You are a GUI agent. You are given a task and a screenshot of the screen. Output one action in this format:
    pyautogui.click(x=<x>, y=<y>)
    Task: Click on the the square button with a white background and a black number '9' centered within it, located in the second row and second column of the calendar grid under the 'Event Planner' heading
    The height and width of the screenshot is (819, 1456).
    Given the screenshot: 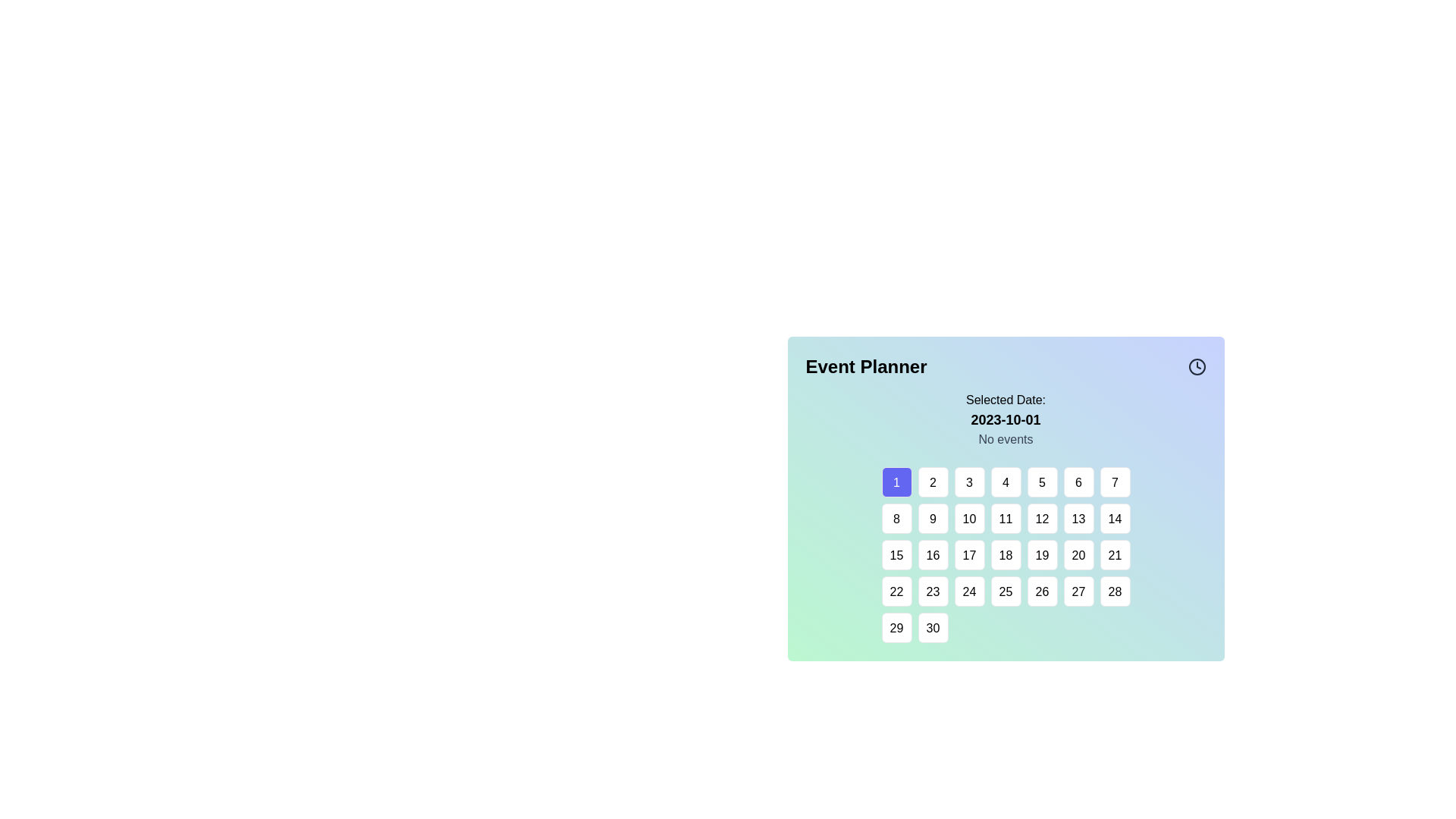 What is the action you would take?
    pyautogui.click(x=932, y=517)
    